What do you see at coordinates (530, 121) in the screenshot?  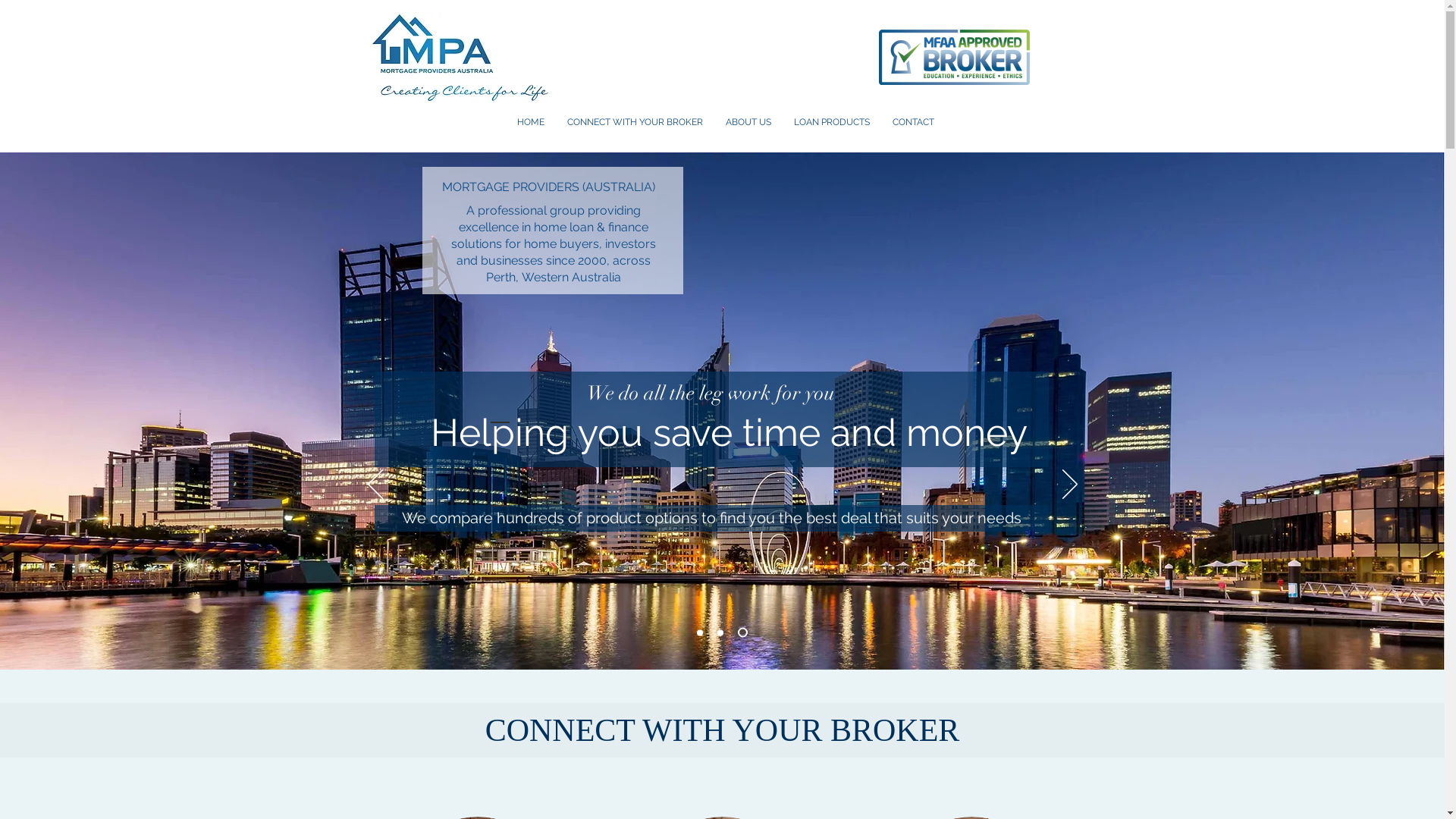 I see `'HOME'` at bounding box center [530, 121].